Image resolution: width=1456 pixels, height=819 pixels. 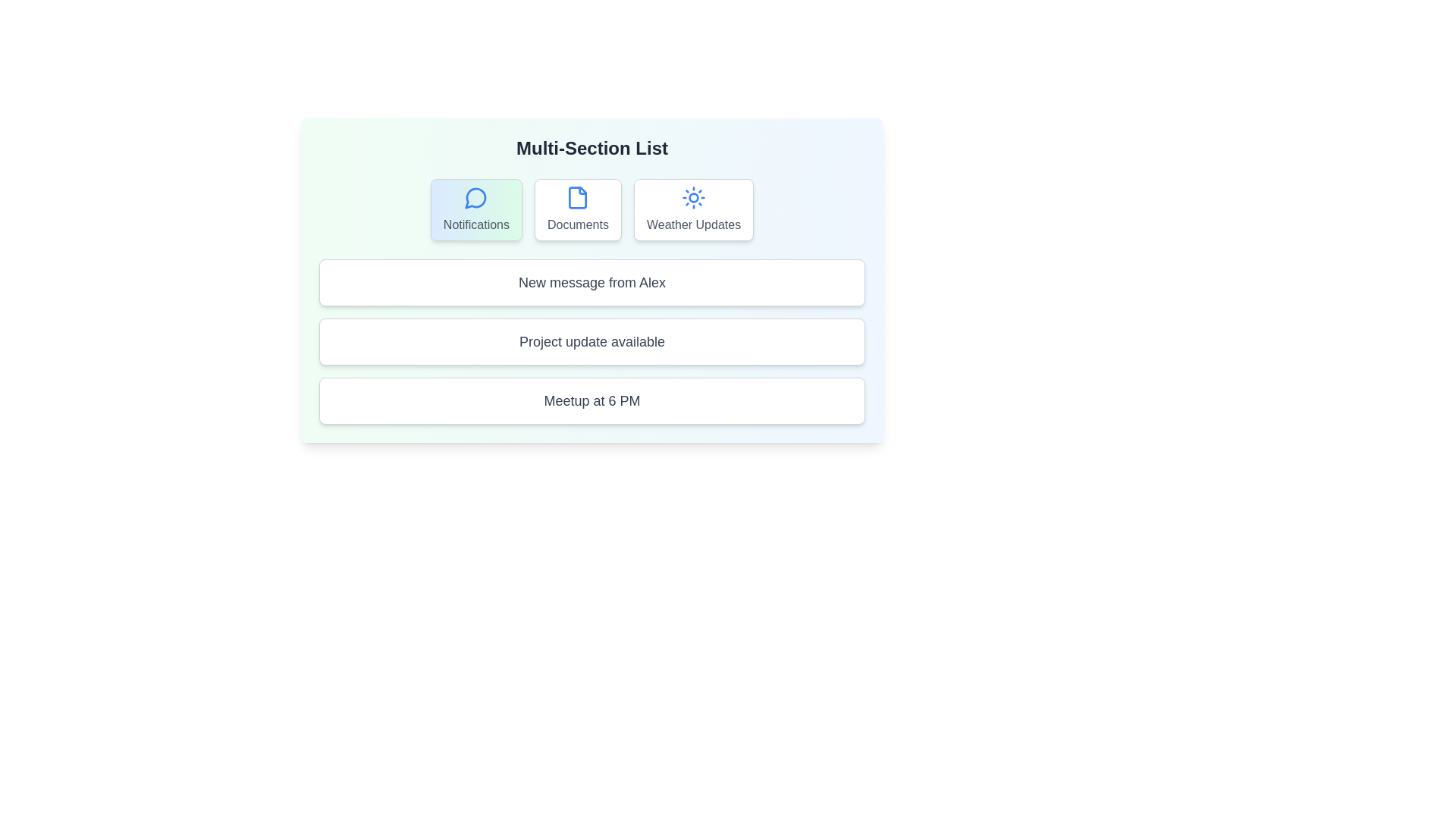 What do you see at coordinates (591, 342) in the screenshot?
I see `the section or item labeled Project update available to observe its hover effect` at bounding box center [591, 342].